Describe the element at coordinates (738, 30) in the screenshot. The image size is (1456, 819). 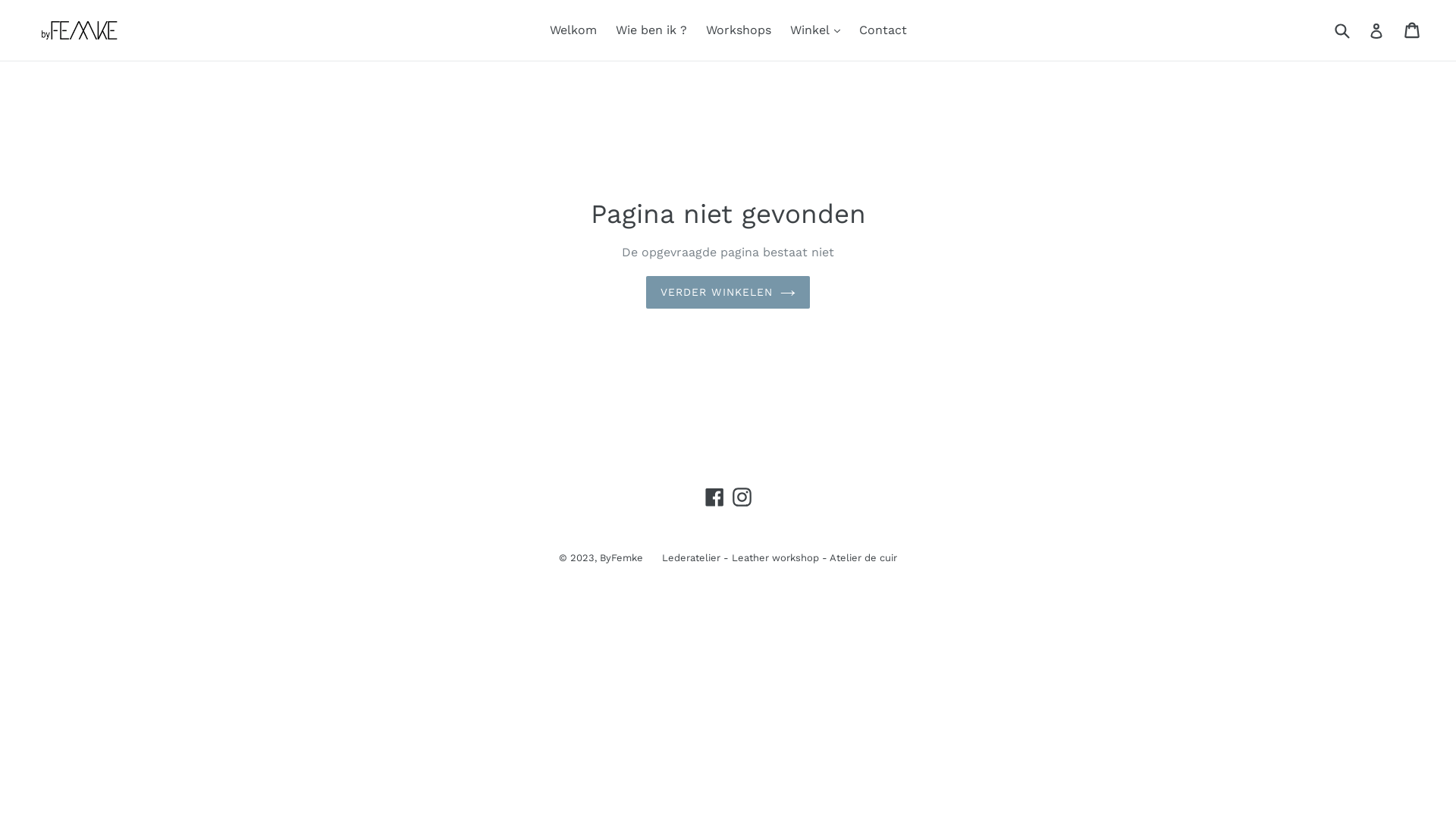
I see `'Workshops'` at that location.